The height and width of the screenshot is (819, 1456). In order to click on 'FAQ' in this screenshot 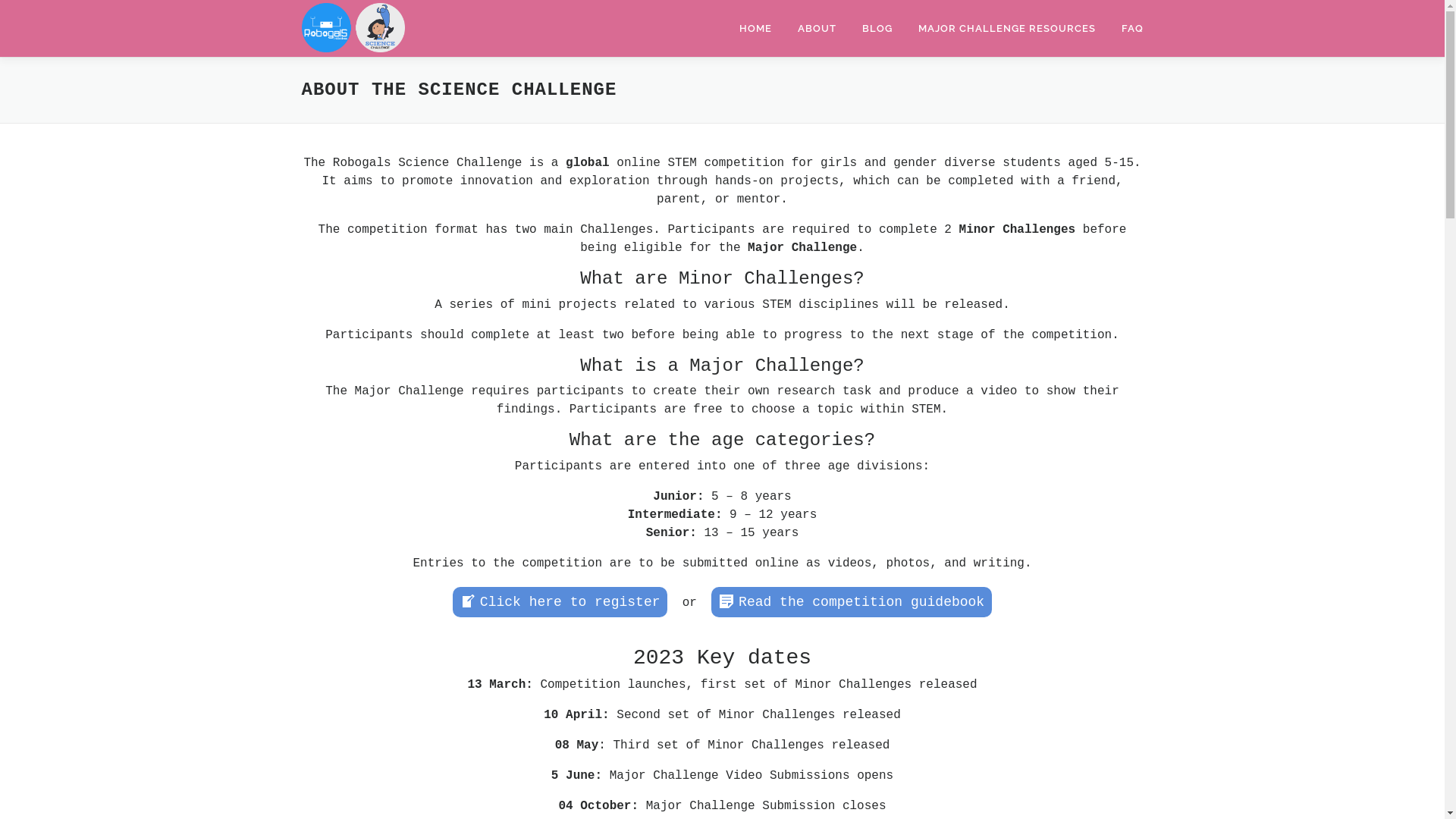, I will do `click(1125, 28)`.